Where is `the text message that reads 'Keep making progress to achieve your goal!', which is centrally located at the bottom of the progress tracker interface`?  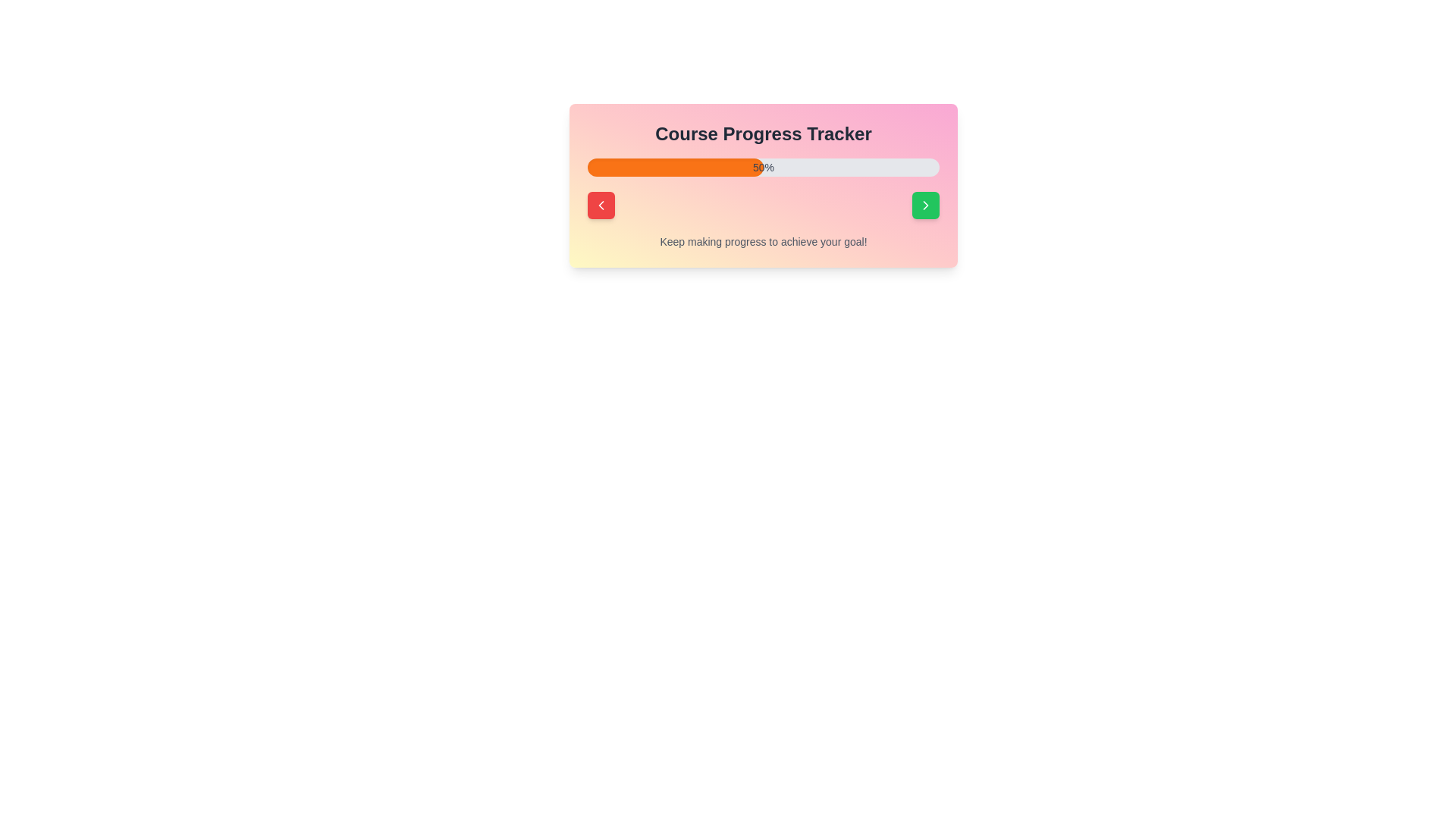
the text message that reads 'Keep making progress to achieve your goal!', which is centrally located at the bottom of the progress tracker interface is located at coordinates (764, 241).